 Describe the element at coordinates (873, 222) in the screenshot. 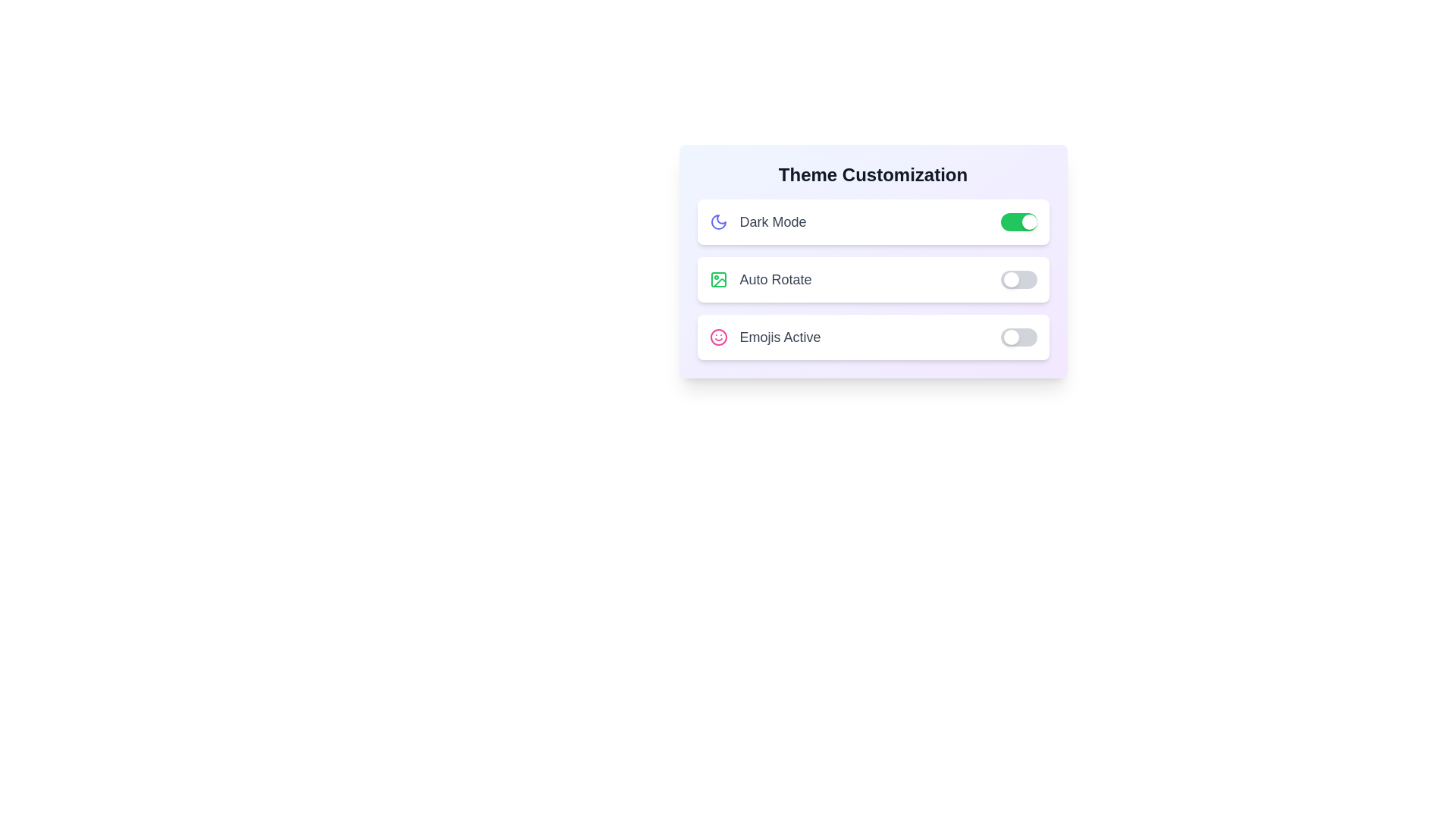

I see `the 'Dark Mode' toggle switch, which is indicated by a green toggle on the right side of the card in the Theme Customization section` at that location.